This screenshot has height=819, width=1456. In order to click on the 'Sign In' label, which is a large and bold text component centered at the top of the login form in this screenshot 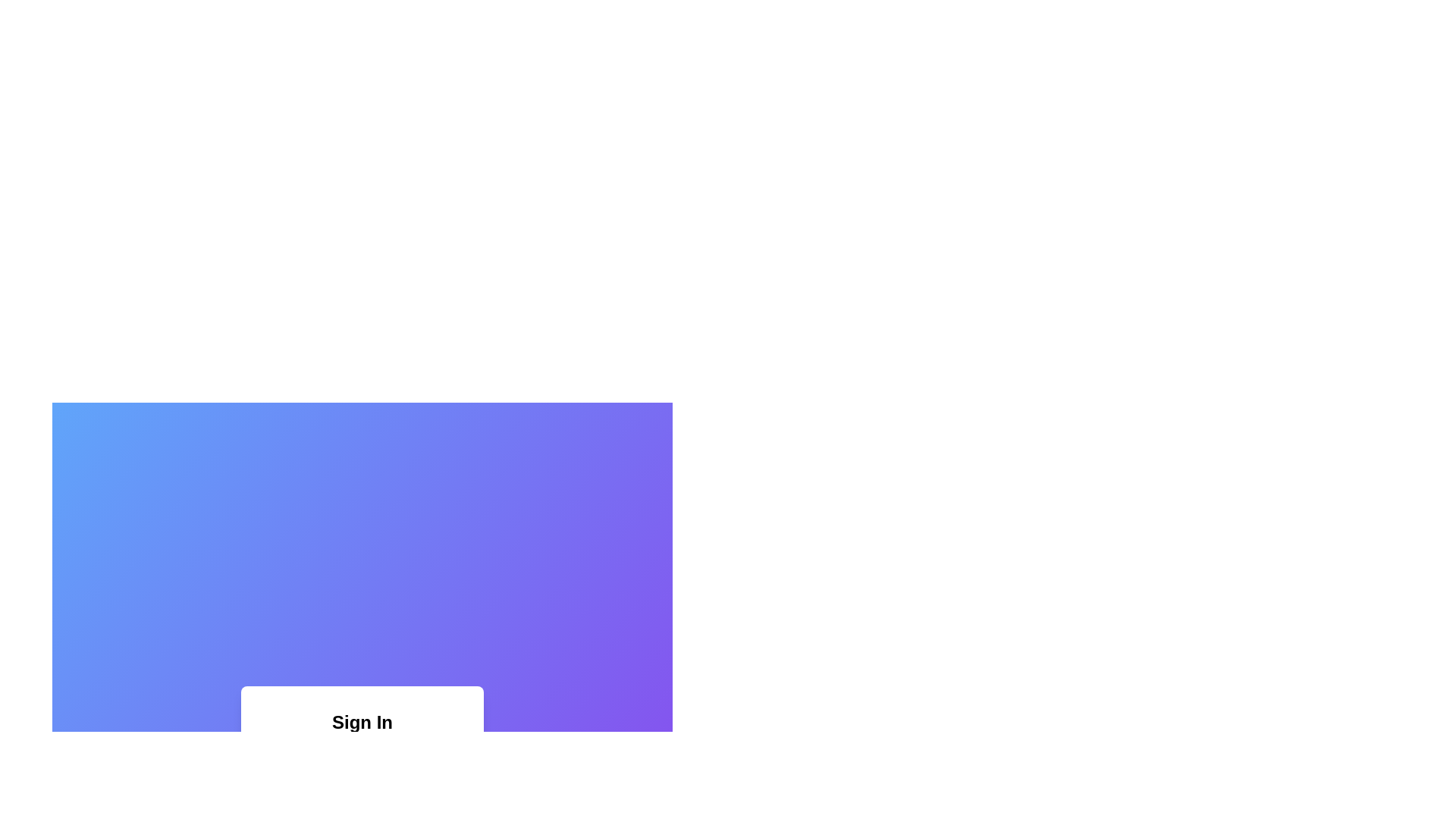, I will do `click(362, 721)`.